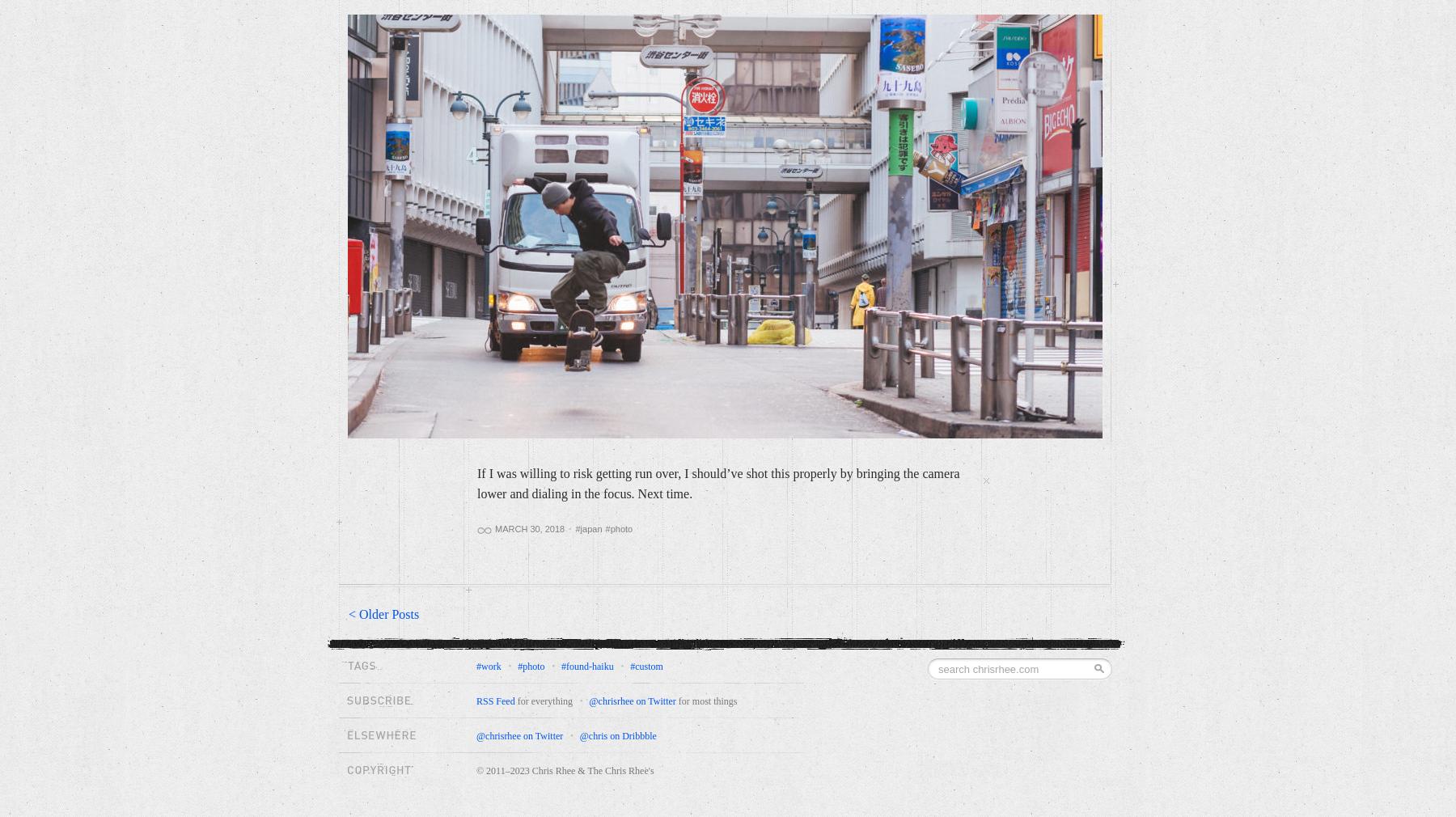 Image resolution: width=1456 pixels, height=817 pixels. What do you see at coordinates (489, 666) in the screenshot?
I see `'#work'` at bounding box center [489, 666].